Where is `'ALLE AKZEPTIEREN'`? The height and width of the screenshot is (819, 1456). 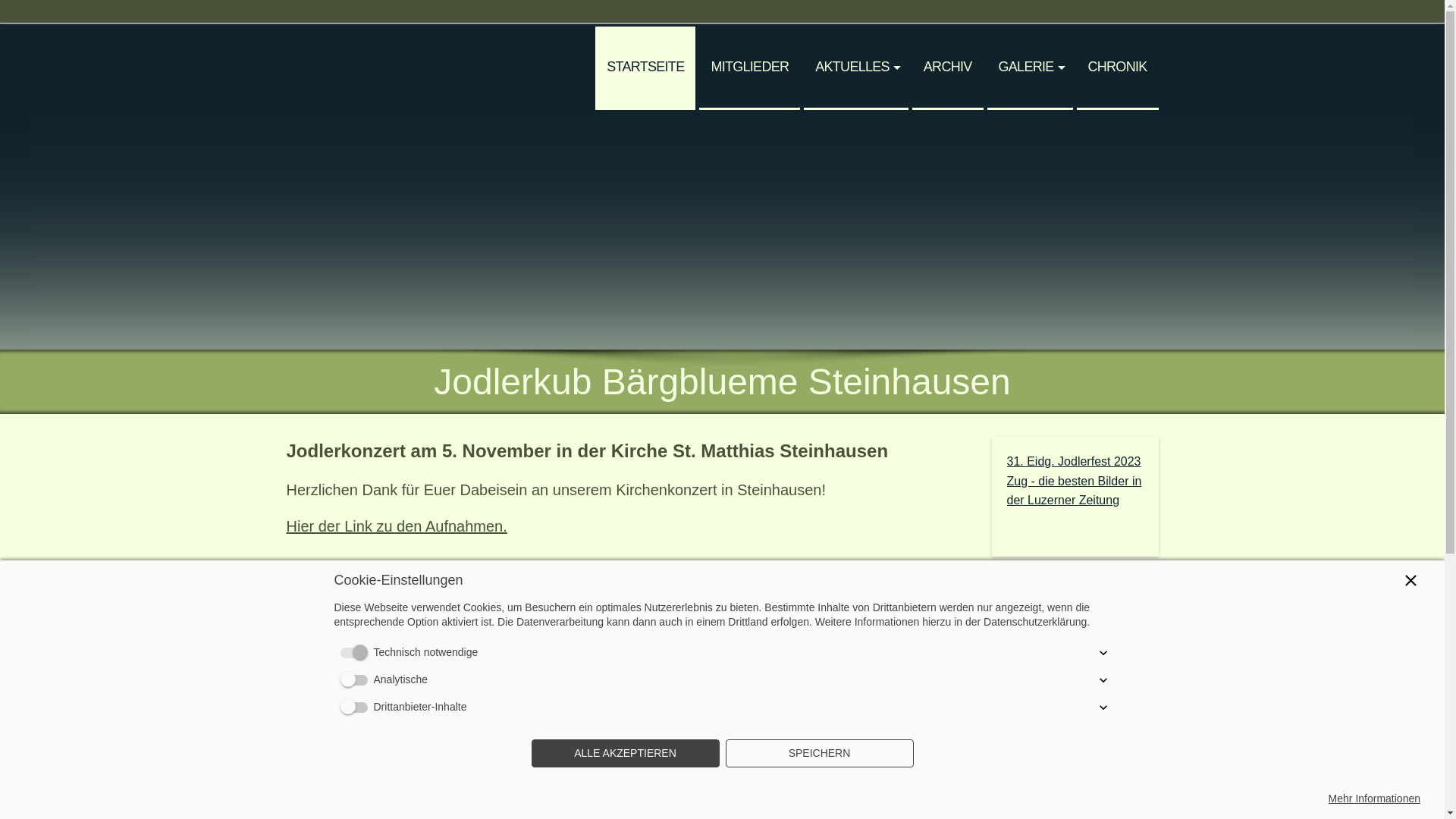 'ALLE AKZEPTIEREN' is located at coordinates (625, 754).